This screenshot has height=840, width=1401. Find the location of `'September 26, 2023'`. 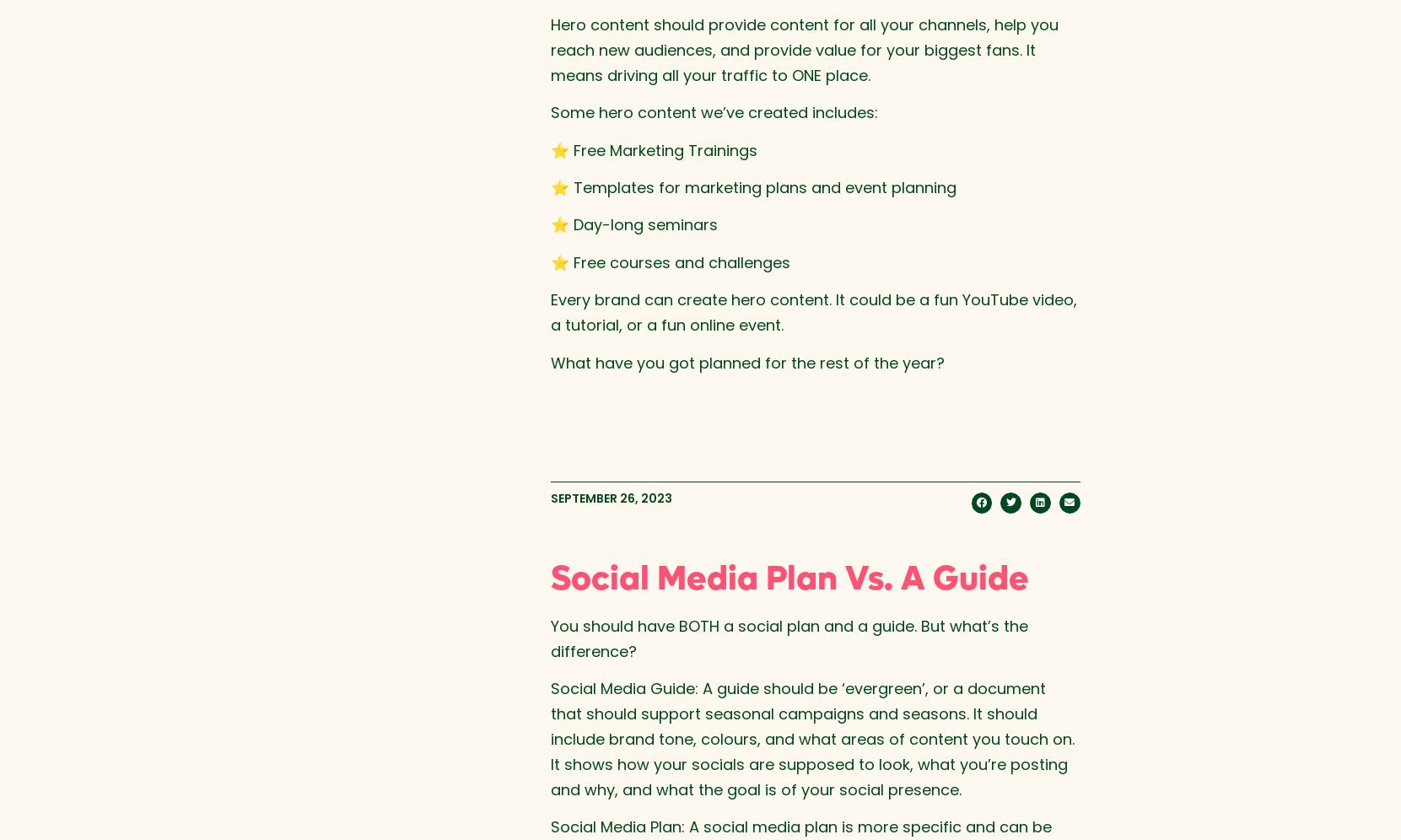

'September 26, 2023' is located at coordinates (611, 498).